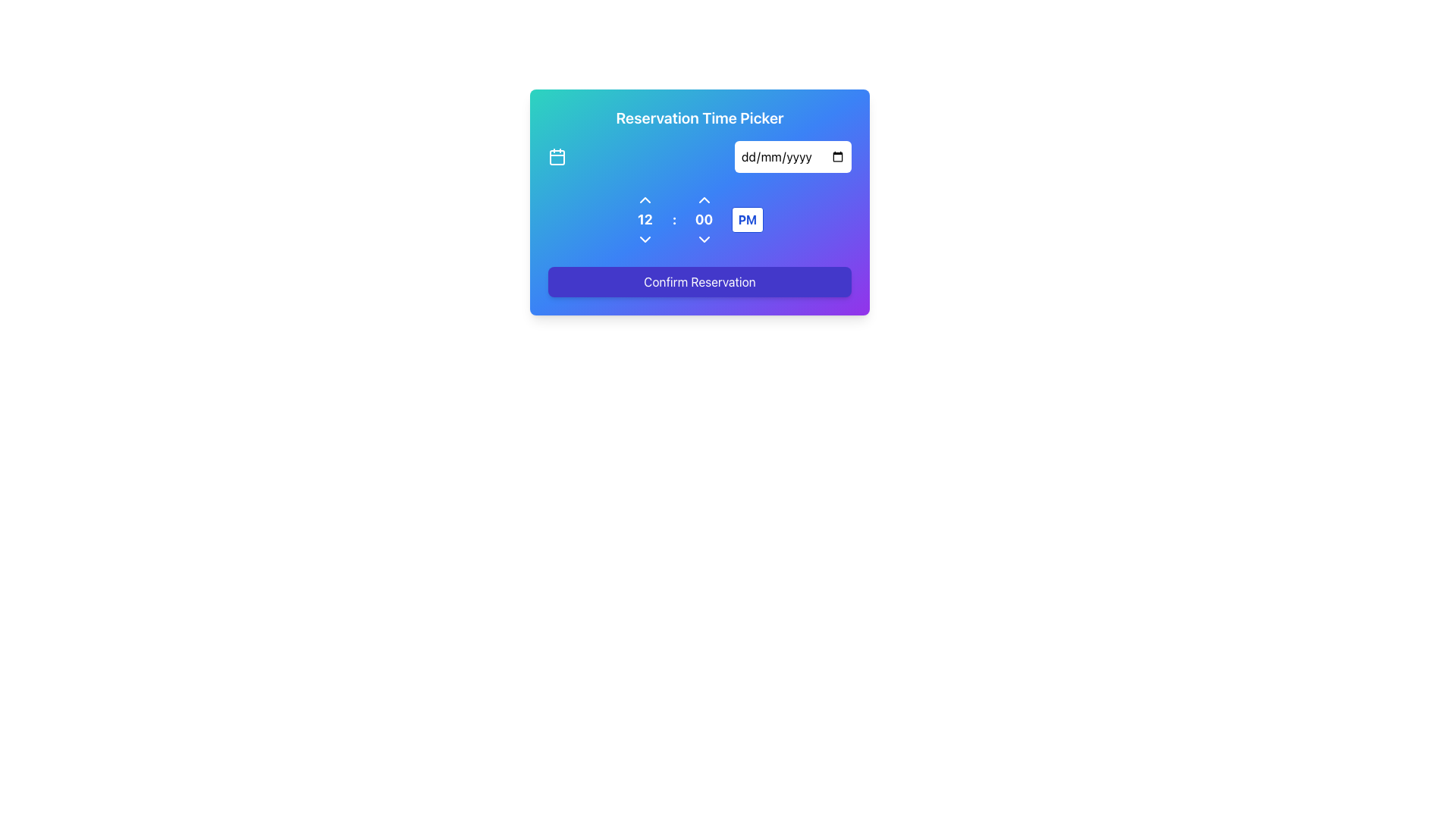 The width and height of the screenshot is (1456, 819). What do you see at coordinates (645, 219) in the screenshot?
I see `the Text Display element that shows the number '12', styled with bold, white text on a transparent background` at bounding box center [645, 219].